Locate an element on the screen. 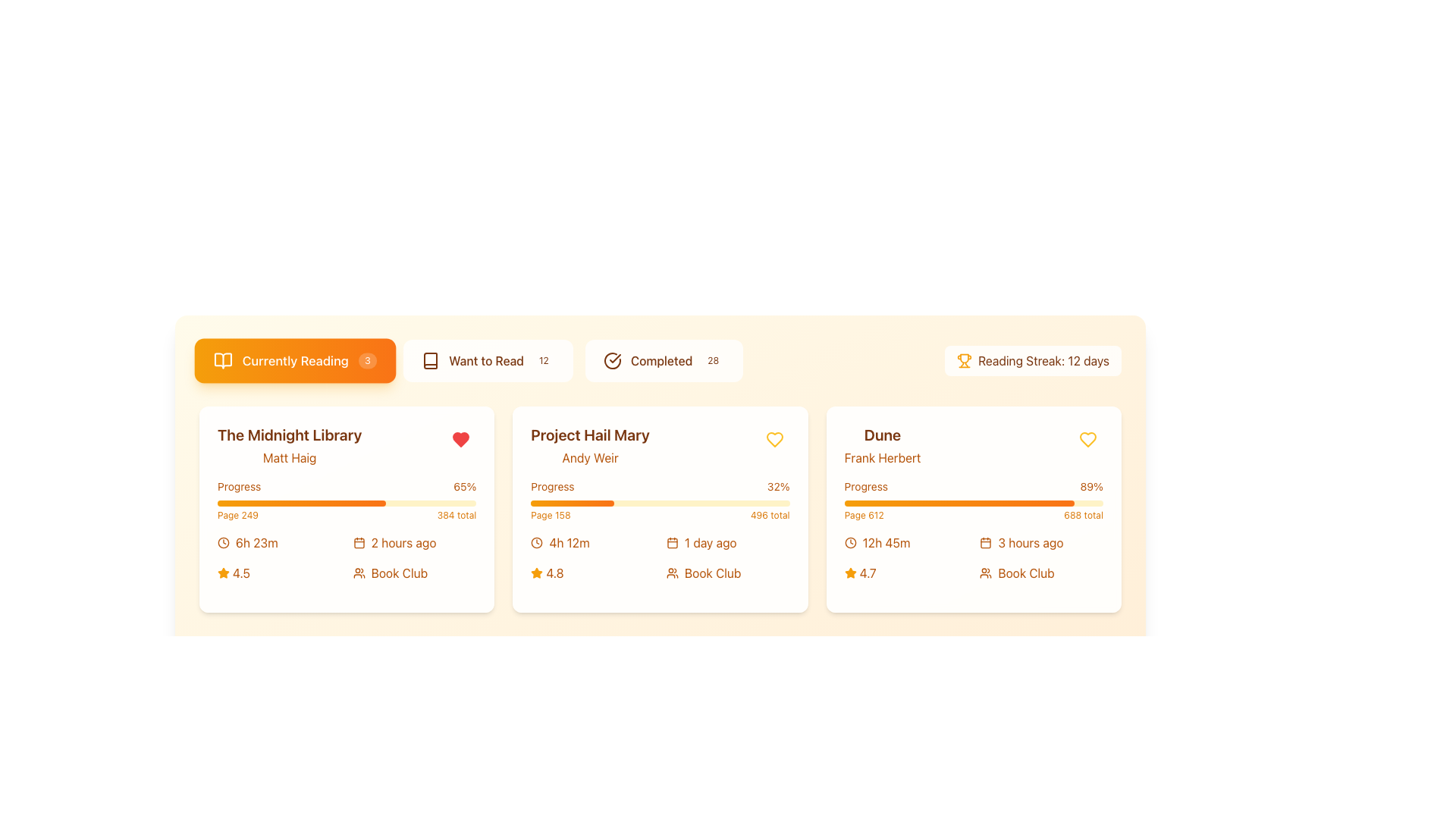 The height and width of the screenshot is (819, 1456). the static text label indicating the progress percentage located in the third column of cards labeled 'Dune', near the bottom-right corner aligned with the amber progress bar is located at coordinates (1090, 486).